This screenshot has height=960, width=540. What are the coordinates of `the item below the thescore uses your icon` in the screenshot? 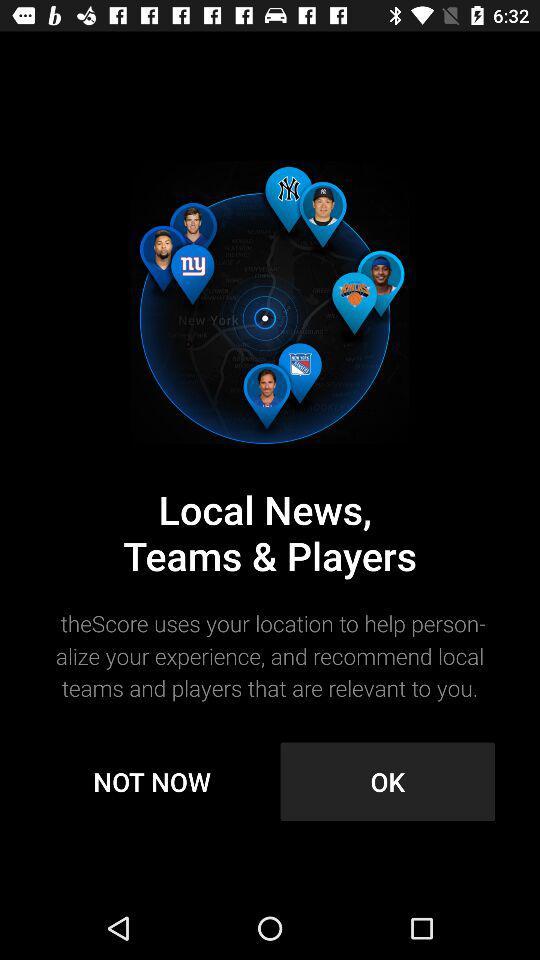 It's located at (151, 781).